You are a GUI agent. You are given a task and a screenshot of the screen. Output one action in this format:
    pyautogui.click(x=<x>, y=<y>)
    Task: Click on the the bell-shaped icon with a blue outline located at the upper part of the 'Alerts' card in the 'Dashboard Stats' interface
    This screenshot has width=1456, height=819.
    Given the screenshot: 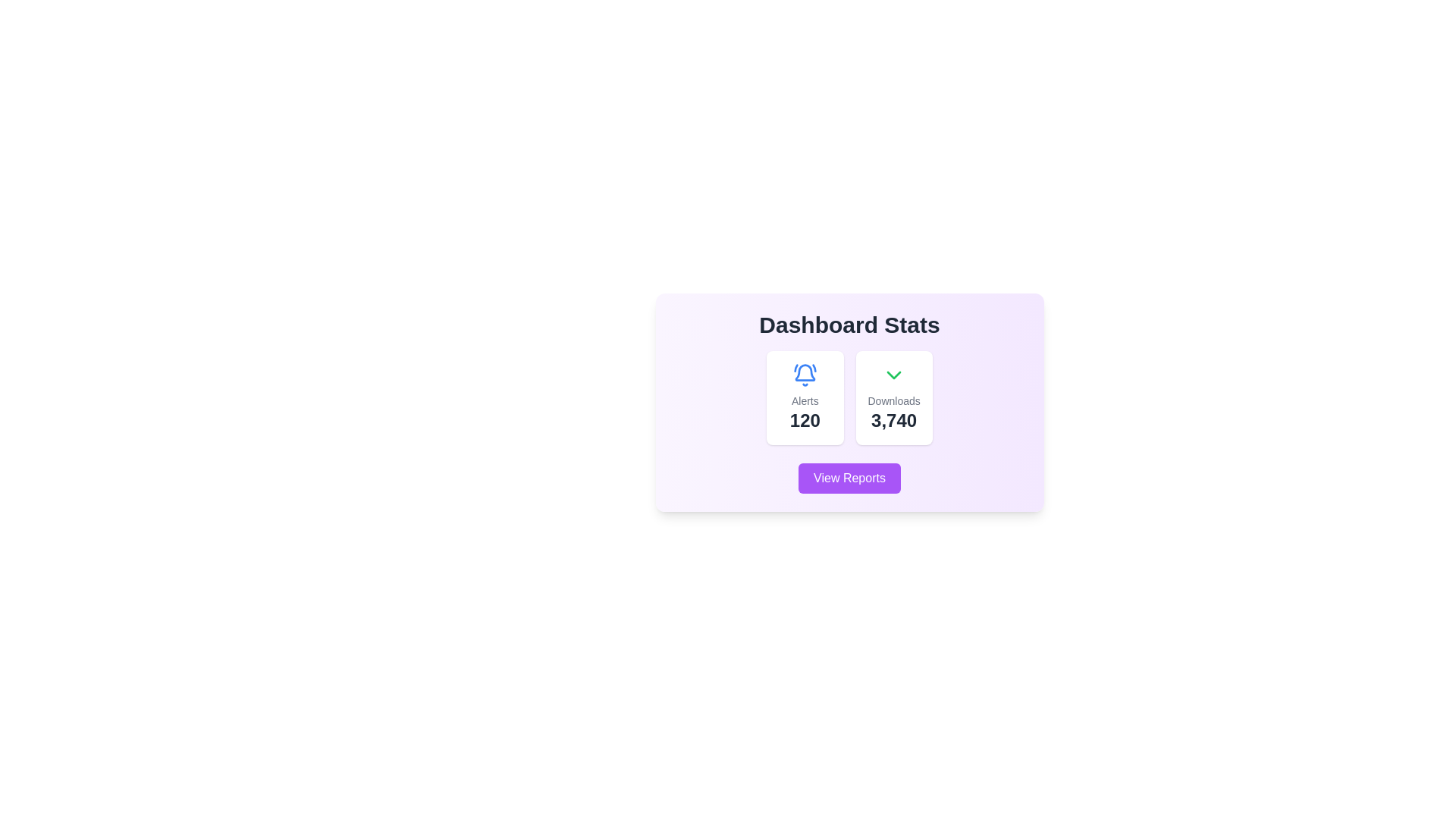 What is the action you would take?
    pyautogui.click(x=804, y=375)
    